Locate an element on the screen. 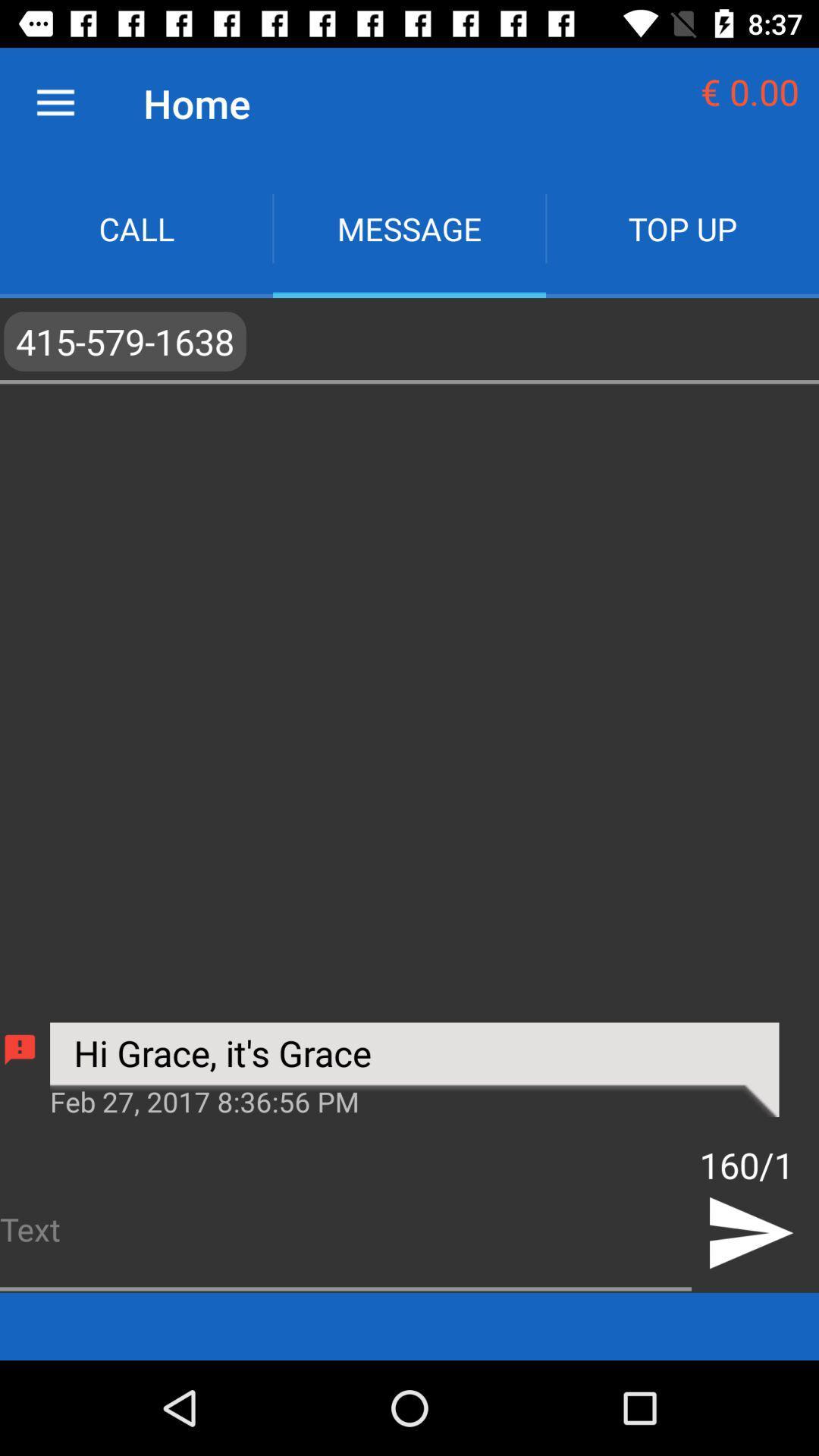 The image size is (819, 1456). the top up app is located at coordinates (681, 227).